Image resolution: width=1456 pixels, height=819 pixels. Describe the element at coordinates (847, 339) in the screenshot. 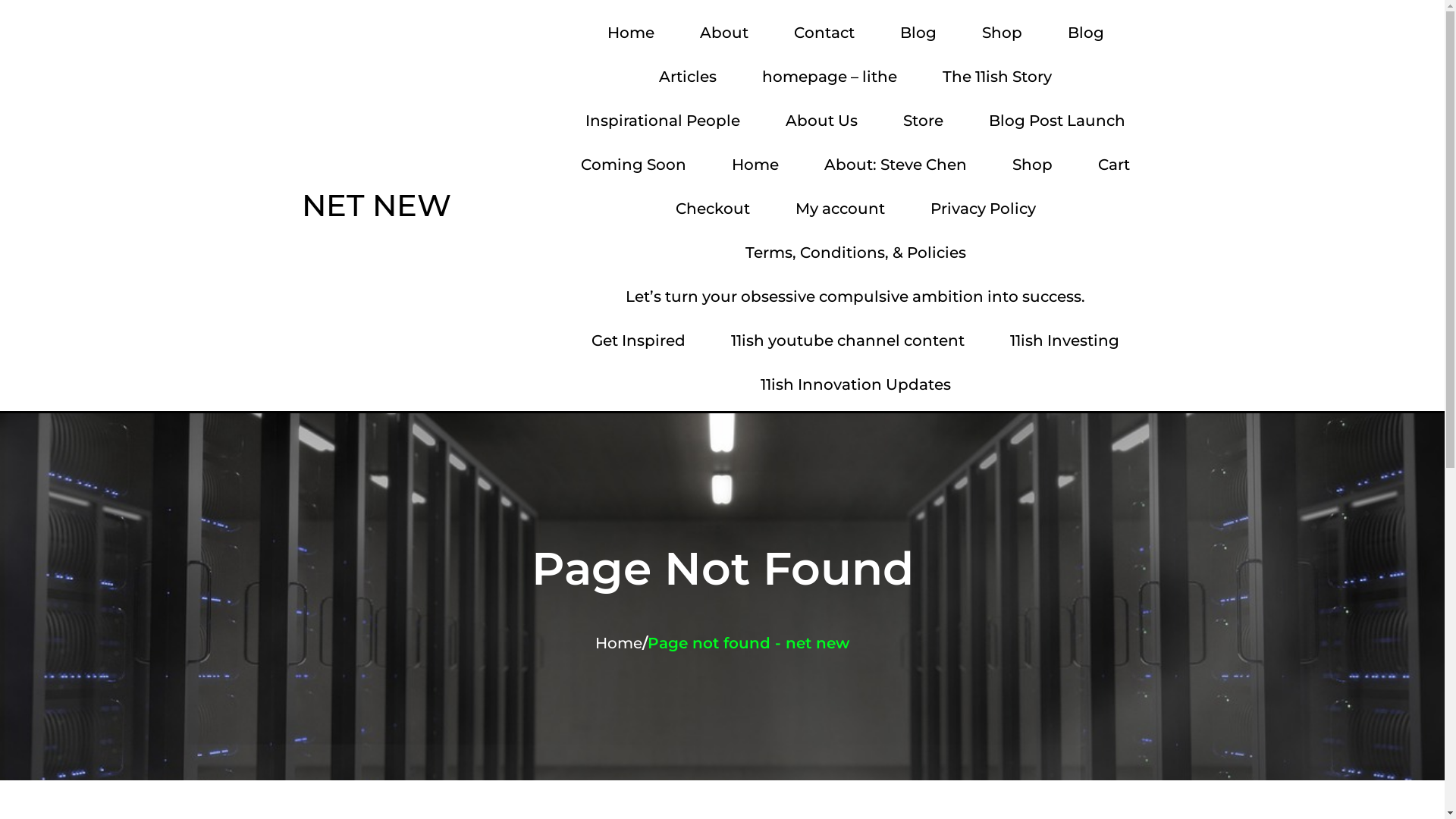

I see `'11ish youtube channel content'` at that location.